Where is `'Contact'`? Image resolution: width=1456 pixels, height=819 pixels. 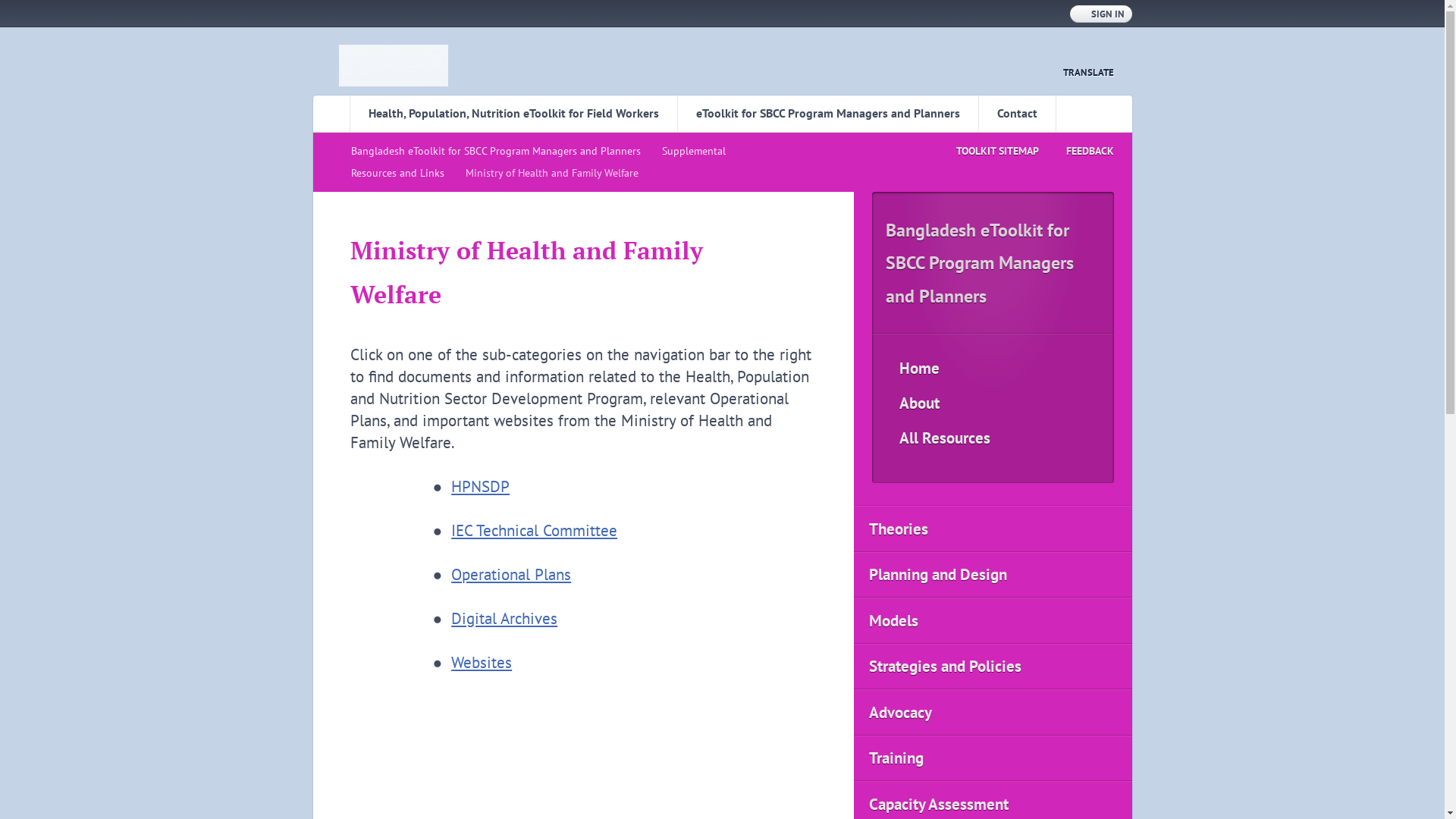 'Contact' is located at coordinates (1017, 112).